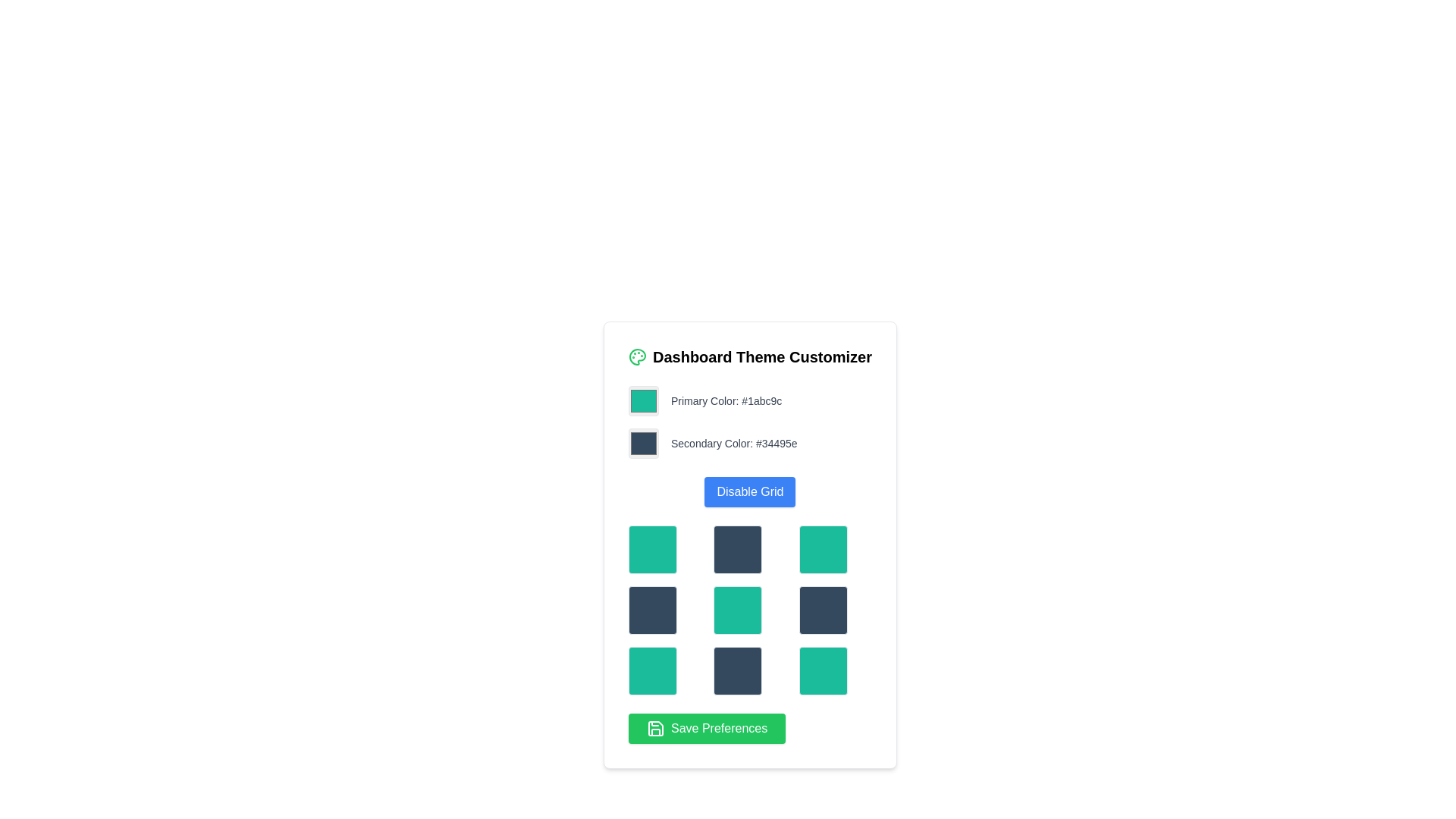 Image resolution: width=1456 pixels, height=819 pixels. What do you see at coordinates (734, 444) in the screenshot?
I see `text content of the secondary color label displayed next to the color preview box in the Dashboard Theme Customizer` at bounding box center [734, 444].